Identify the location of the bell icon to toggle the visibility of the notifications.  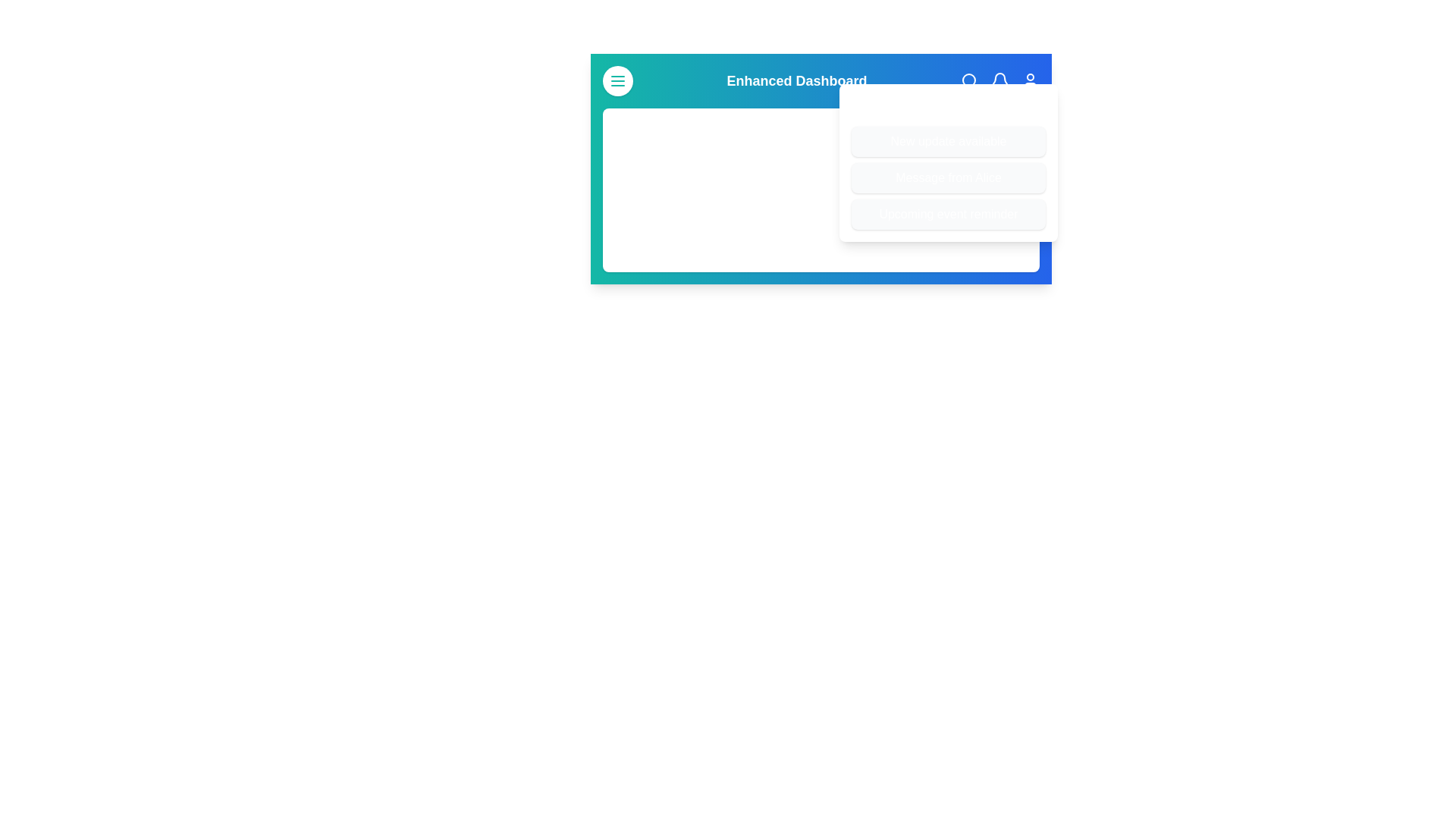
(1000, 81).